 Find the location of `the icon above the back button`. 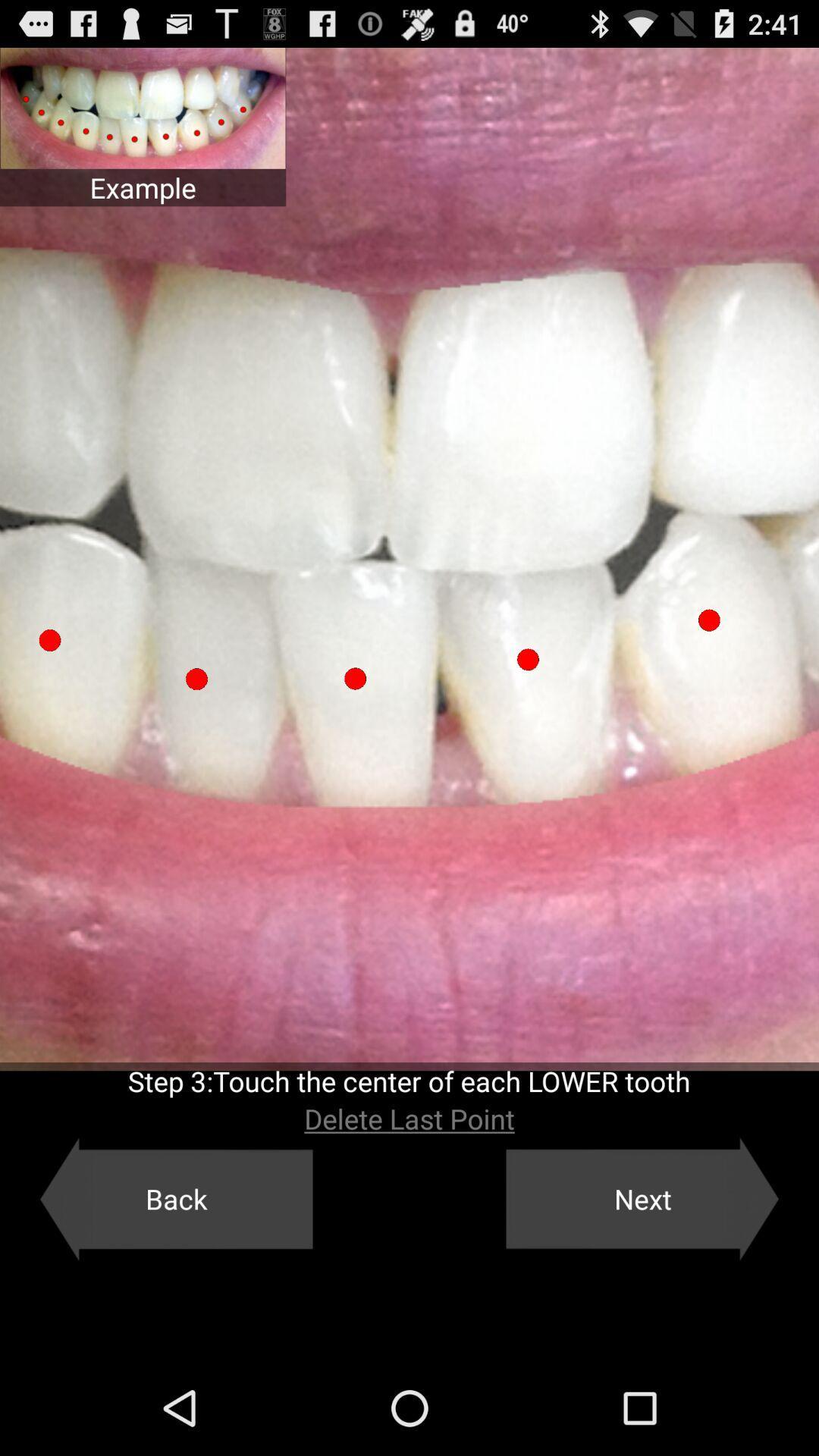

the icon above the back button is located at coordinates (409, 1119).